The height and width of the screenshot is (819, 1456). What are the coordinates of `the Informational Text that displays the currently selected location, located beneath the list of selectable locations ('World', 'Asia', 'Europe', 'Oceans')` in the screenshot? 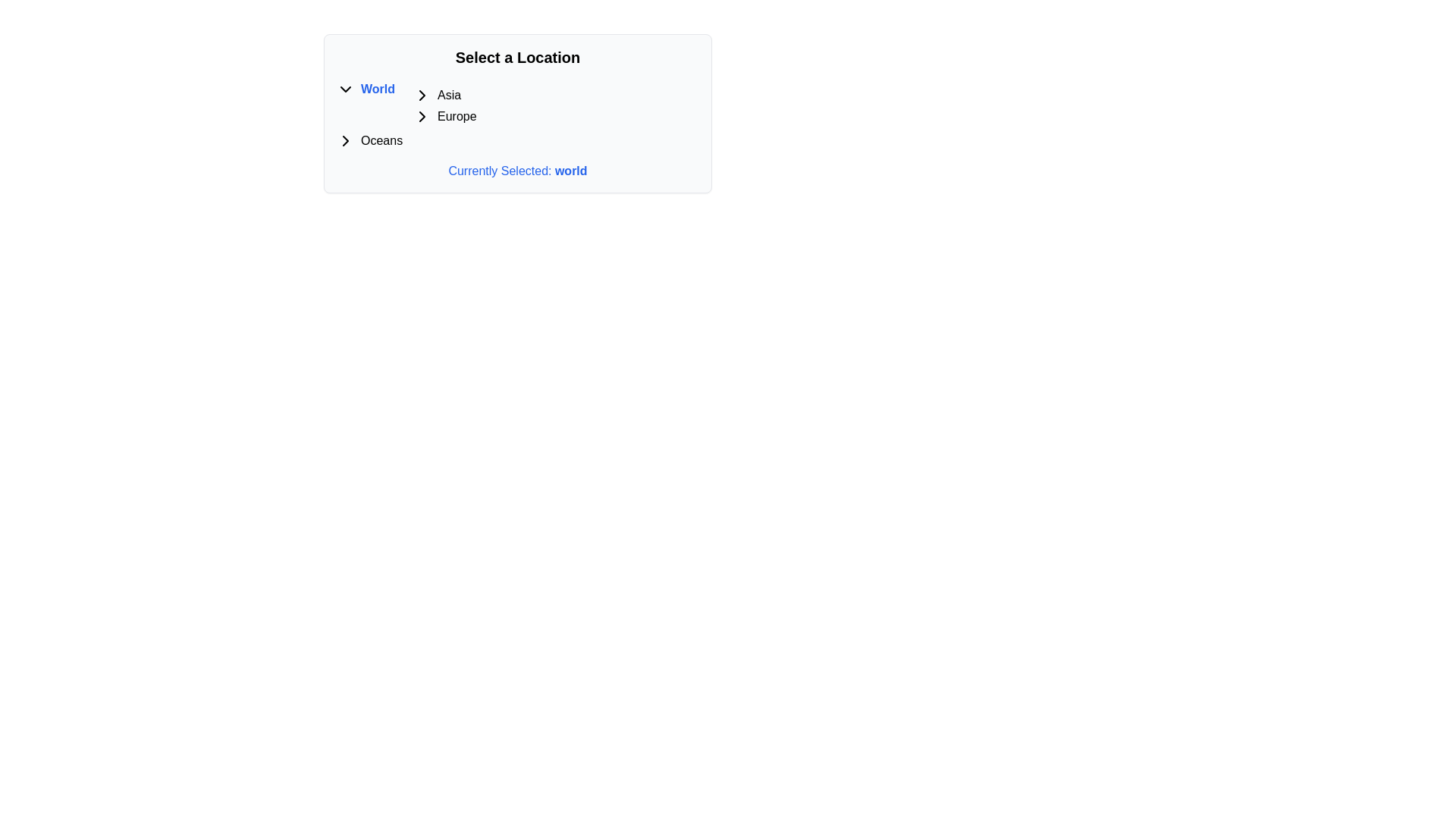 It's located at (517, 171).